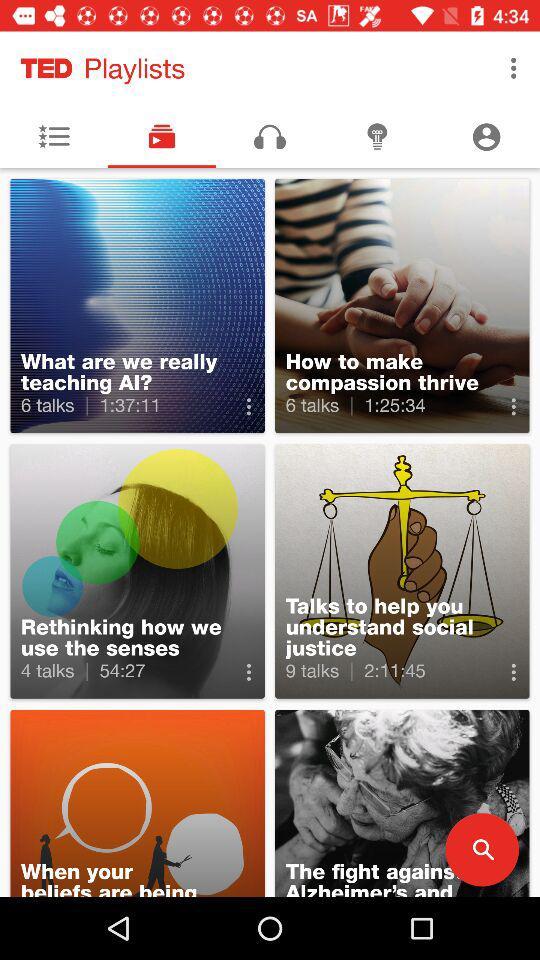 The height and width of the screenshot is (960, 540). Describe the element at coordinates (270, 135) in the screenshot. I see `the music icon on the top of the page` at that location.